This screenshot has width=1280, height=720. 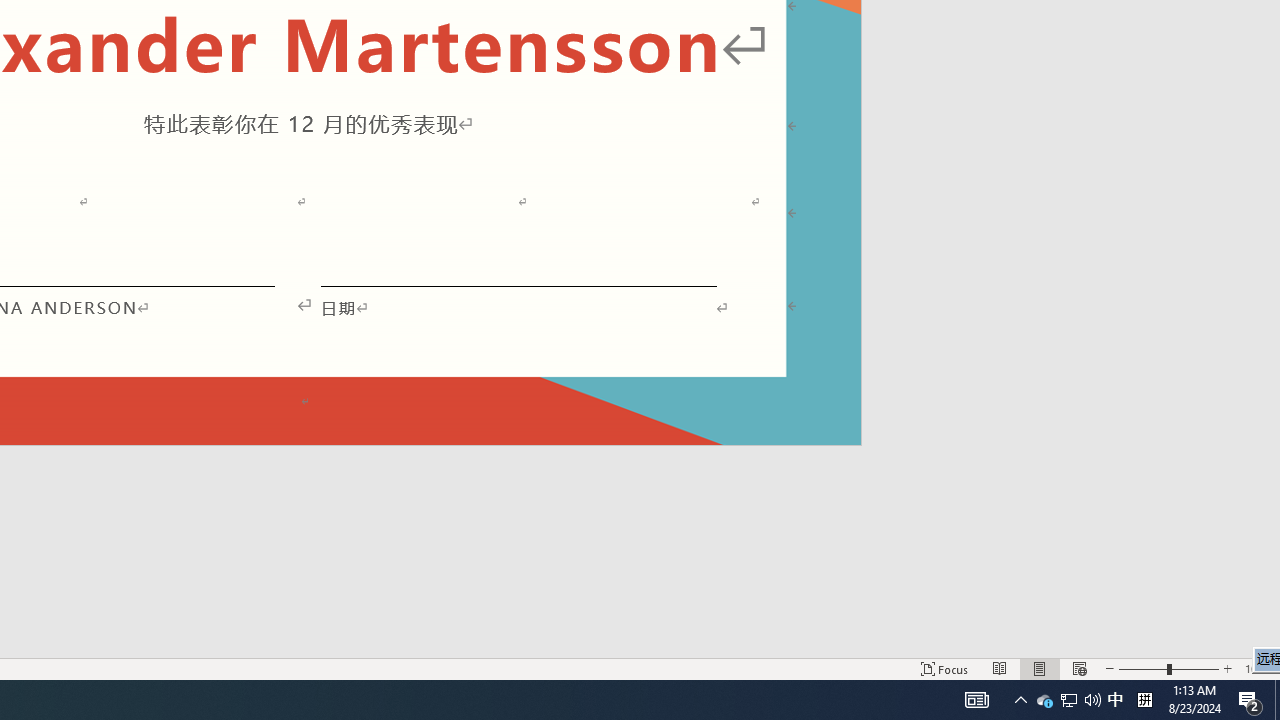 What do you see at coordinates (1040, 669) in the screenshot?
I see `'Print Layout'` at bounding box center [1040, 669].